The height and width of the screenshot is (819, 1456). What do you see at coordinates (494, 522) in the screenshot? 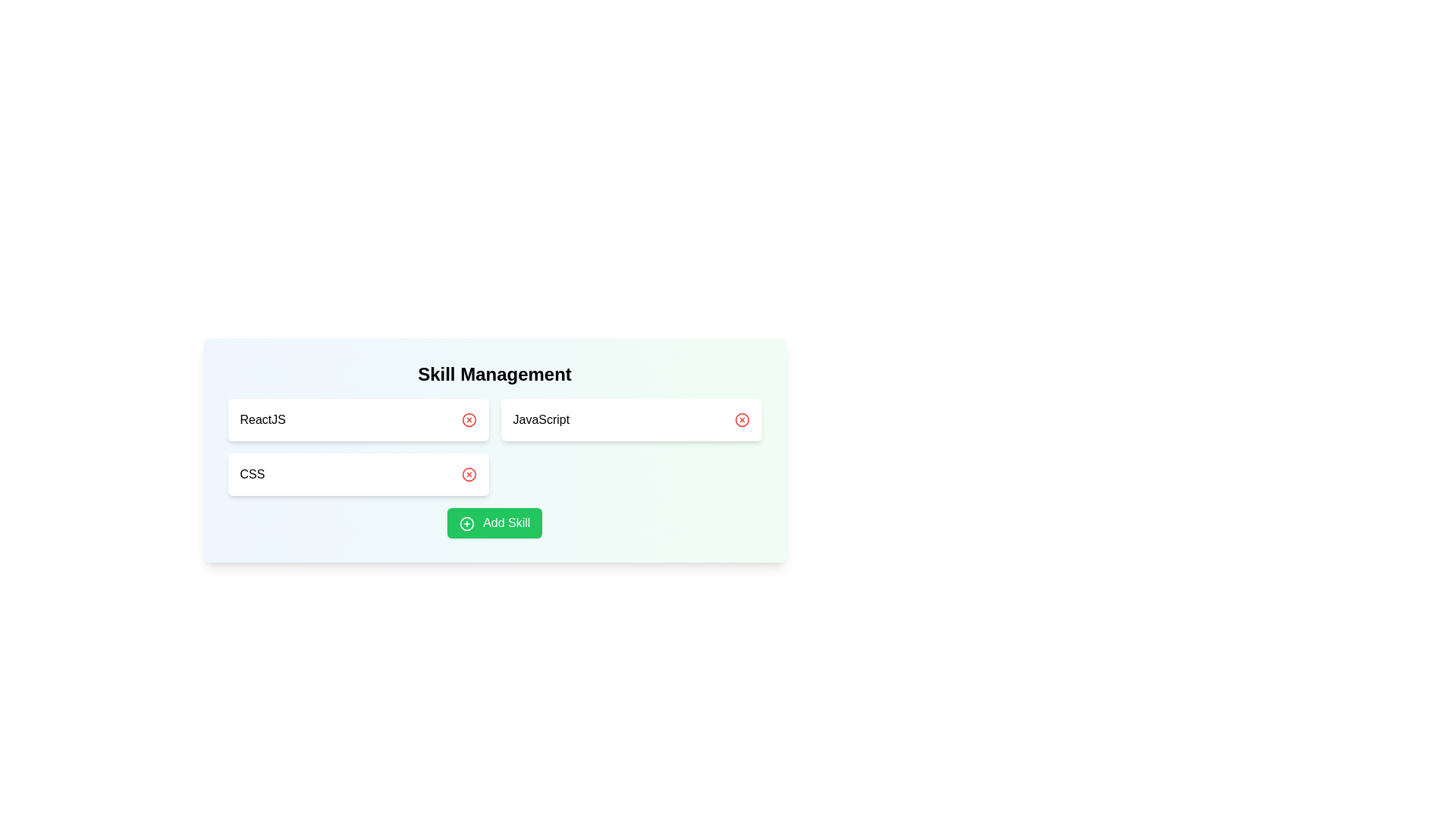
I see `'Add Skill' button to add a new skill` at bounding box center [494, 522].